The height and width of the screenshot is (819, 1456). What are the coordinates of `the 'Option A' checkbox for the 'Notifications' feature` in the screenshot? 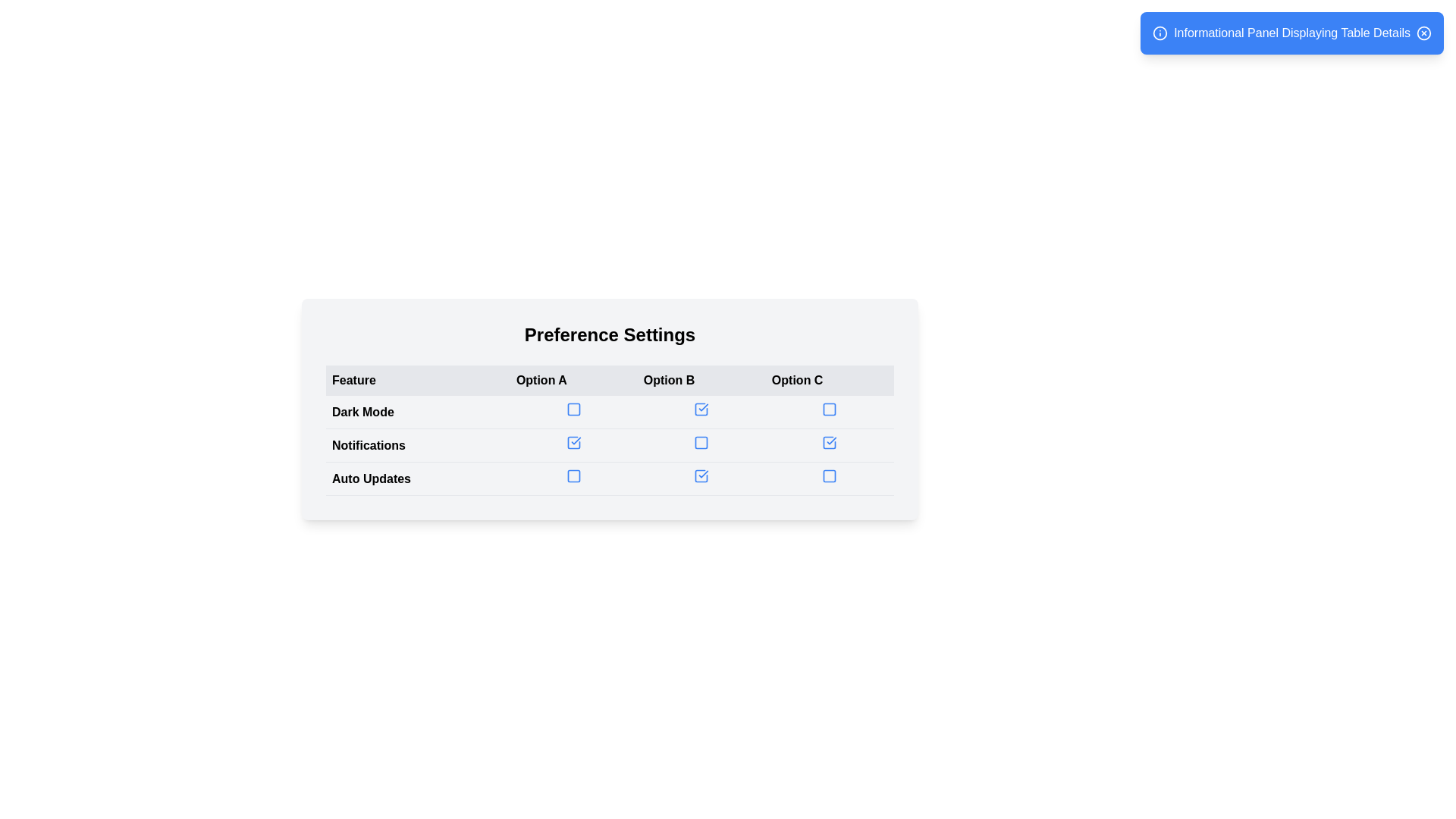 It's located at (573, 442).